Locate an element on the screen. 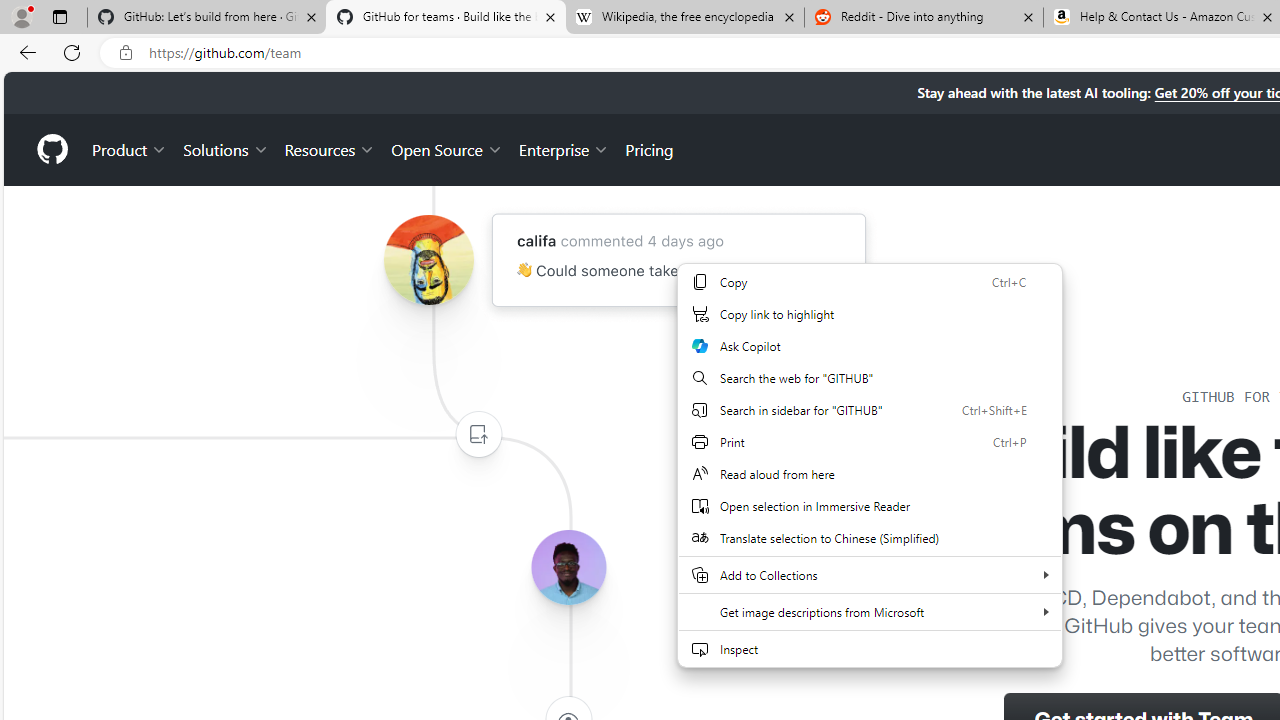 The width and height of the screenshot is (1280, 720). 'Wikipedia, the free encyclopedia' is located at coordinates (684, 17).